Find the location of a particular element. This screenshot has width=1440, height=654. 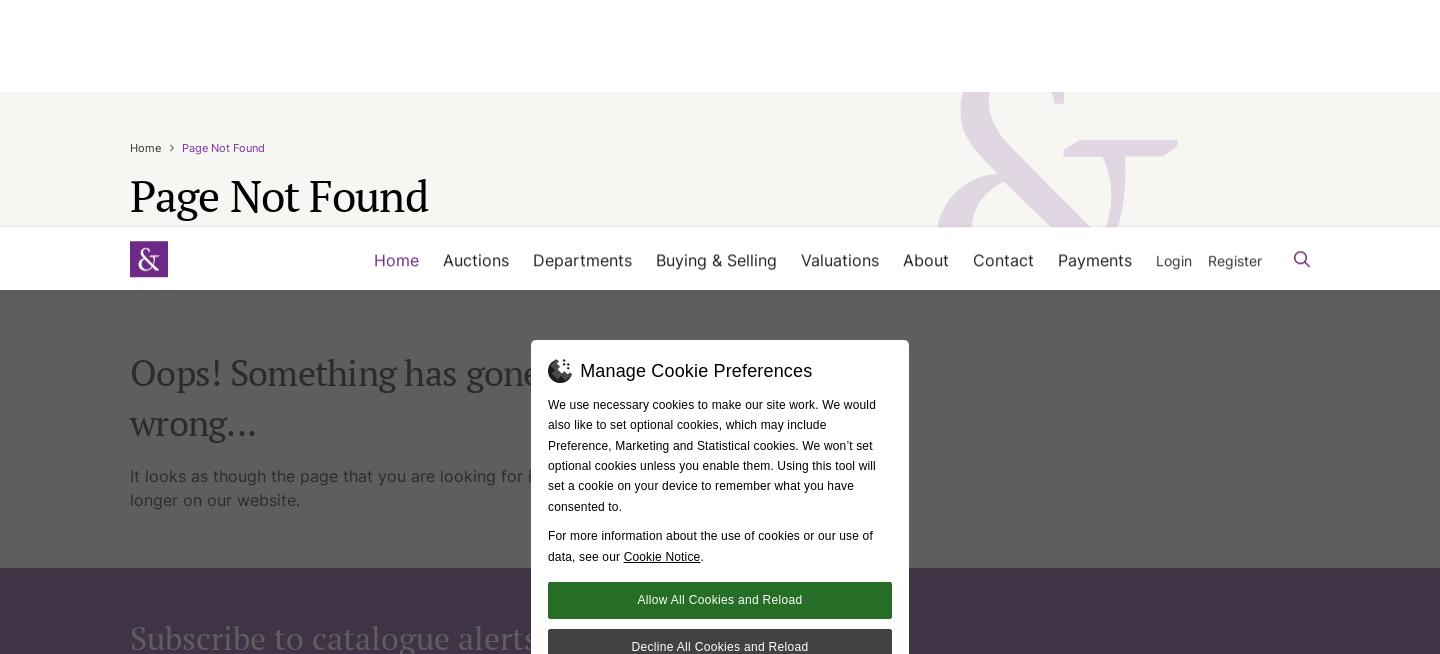

'Oops! Something has gone wrong...' is located at coordinates (334, 107).